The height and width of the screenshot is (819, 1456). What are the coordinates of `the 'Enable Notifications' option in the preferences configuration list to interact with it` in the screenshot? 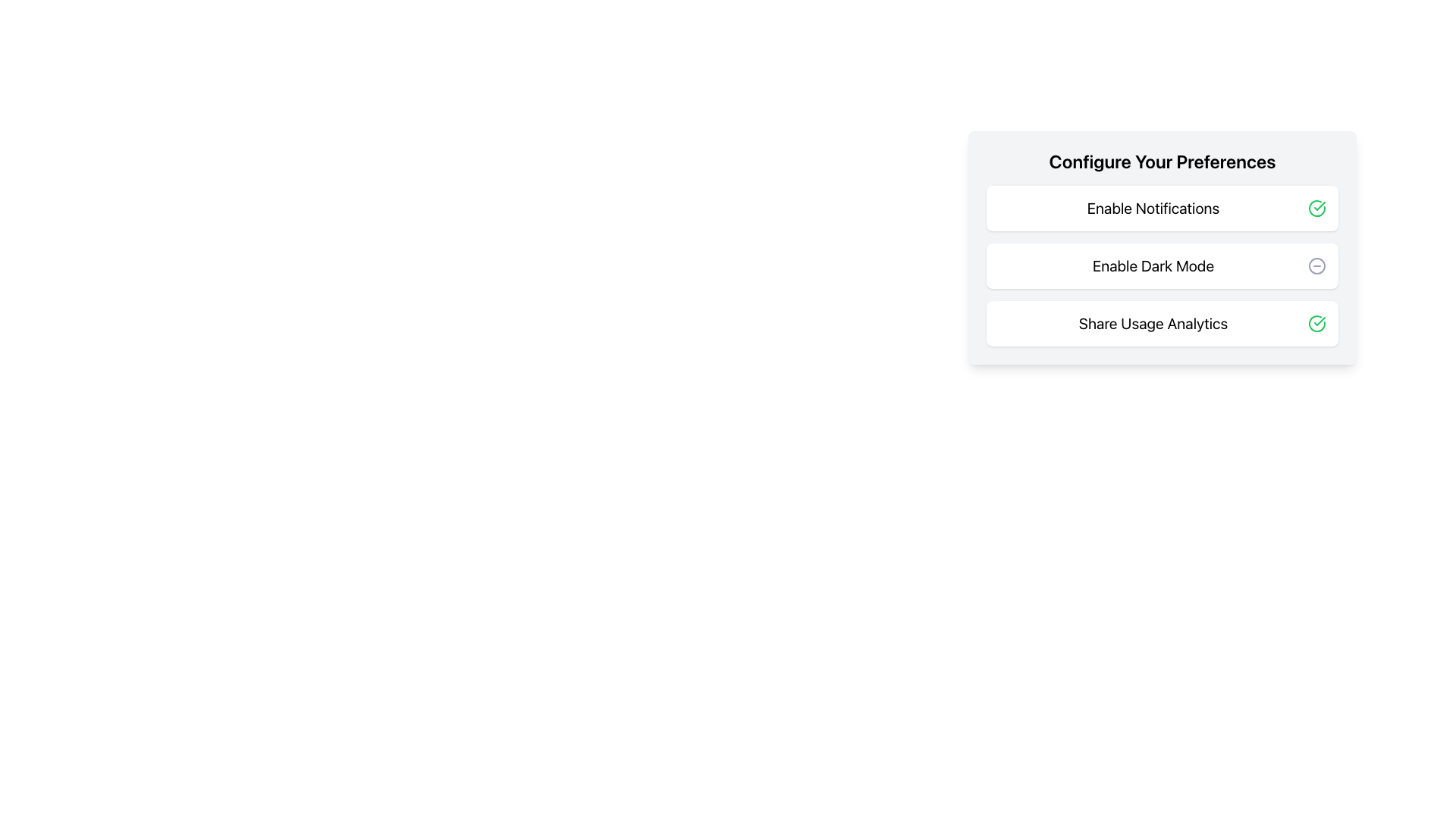 It's located at (1161, 208).